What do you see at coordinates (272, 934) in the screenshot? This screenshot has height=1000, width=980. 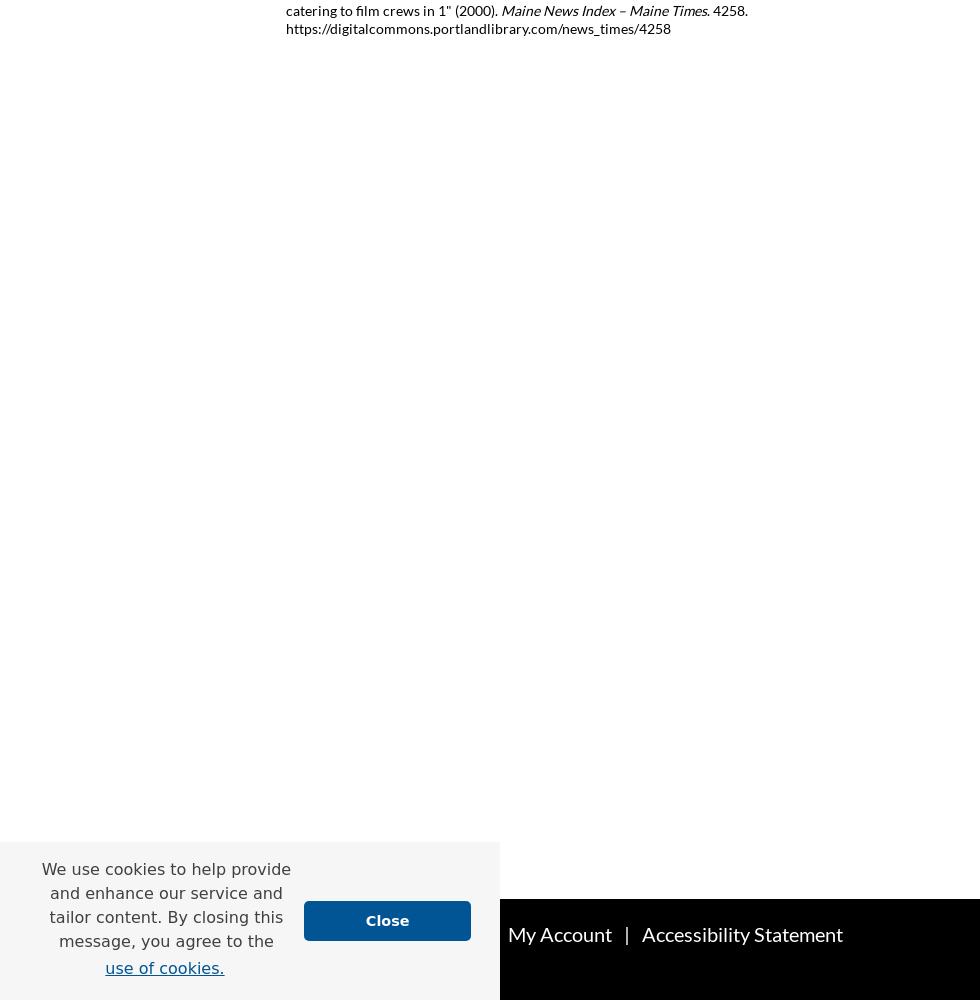 I see `'Home'` at bounding box center [272, 934].